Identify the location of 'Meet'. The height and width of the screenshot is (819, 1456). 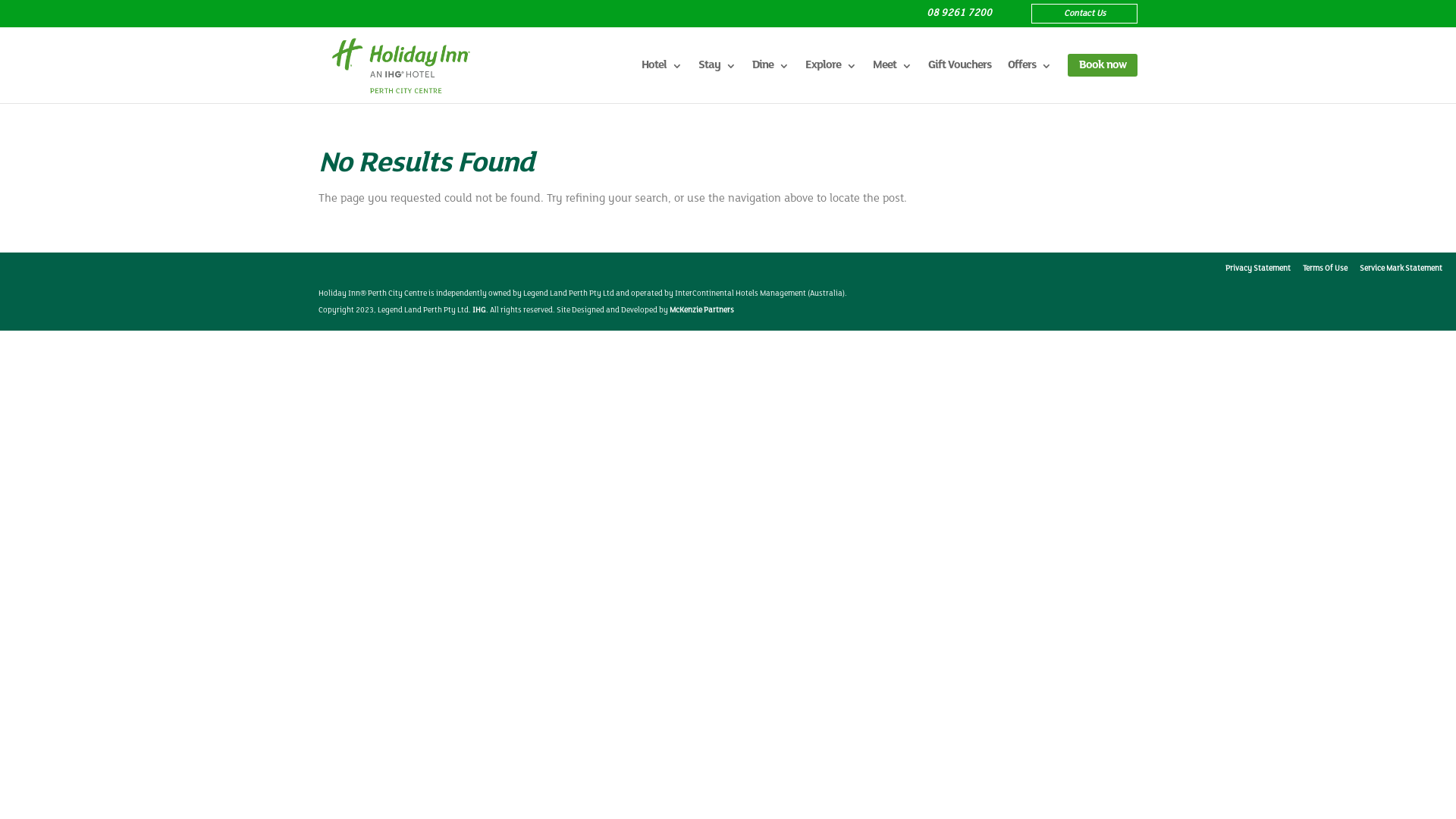
(892, 76).